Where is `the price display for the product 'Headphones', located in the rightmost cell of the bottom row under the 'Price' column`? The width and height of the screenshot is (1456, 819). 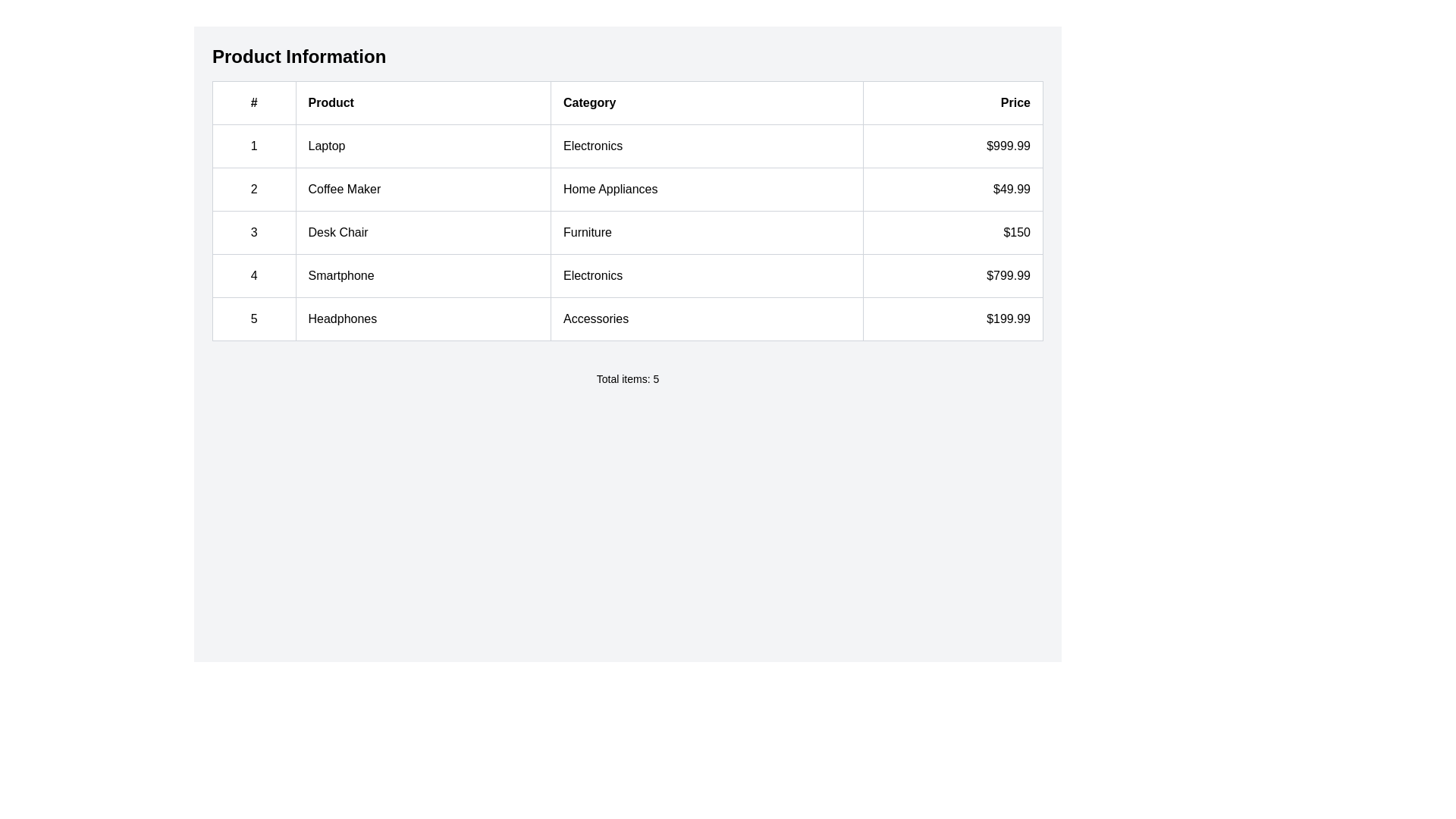
the price display for the product 'Headphones', located in the rightmost cell of the bottom row under the 'Price' column is located at coordinates (952, 318).